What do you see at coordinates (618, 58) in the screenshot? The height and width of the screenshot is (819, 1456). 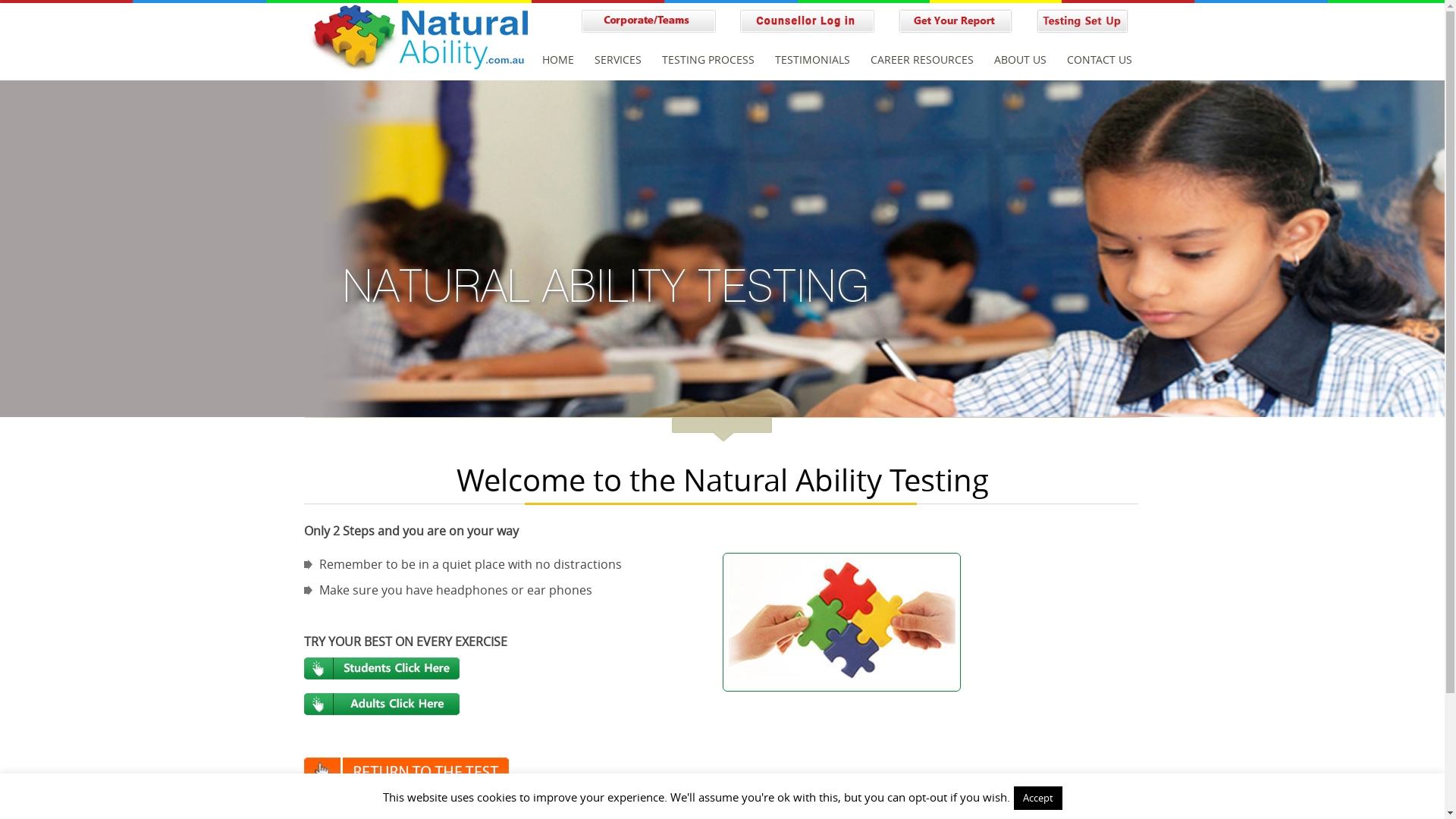 I see `'SERVICES'` at bounding box center [618, 58].